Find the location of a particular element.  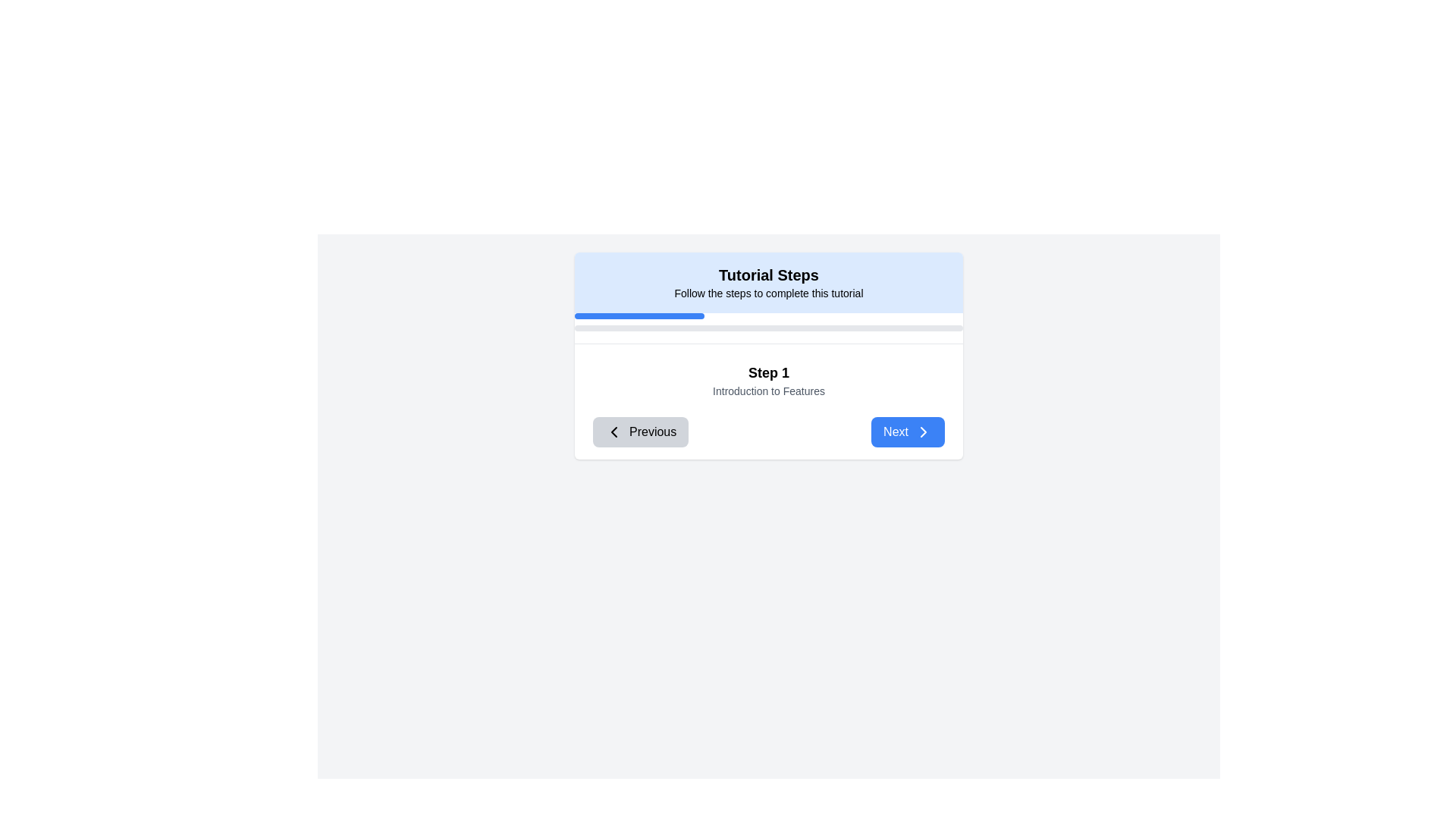

the progress bar completion is located at coordinates (822, 327).